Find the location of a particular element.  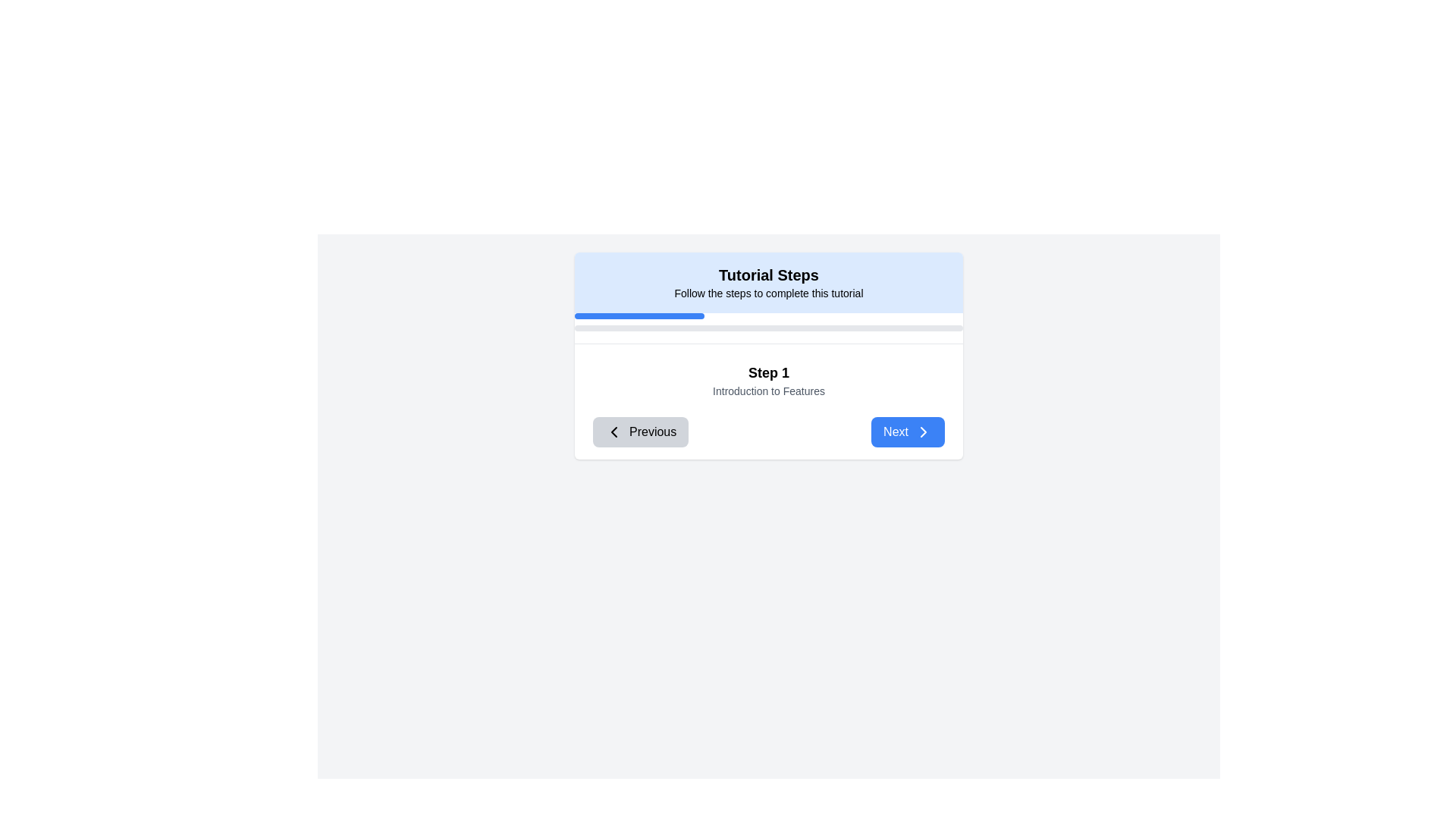

the progress bar completion is located at coordinates (822, 327).